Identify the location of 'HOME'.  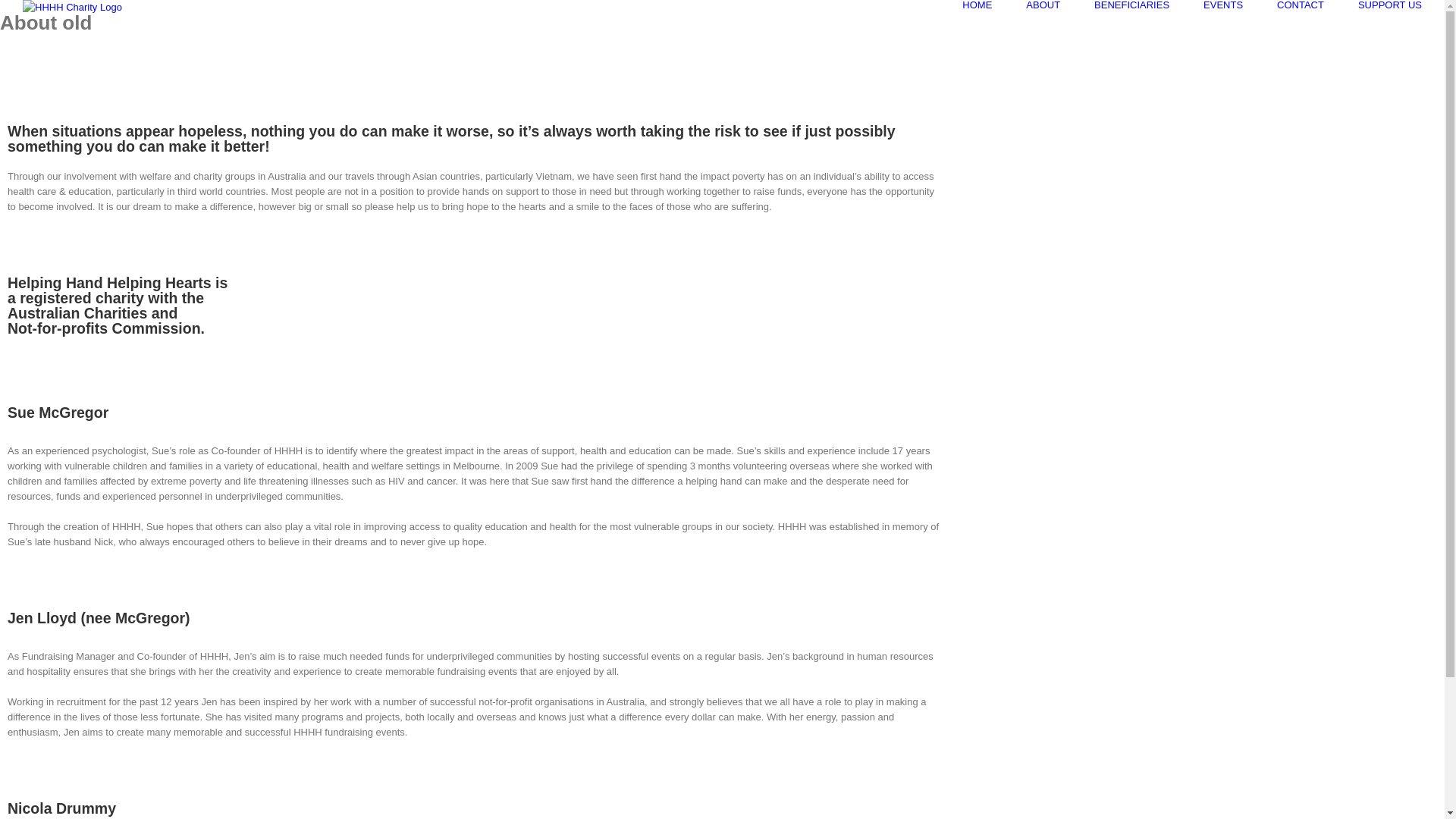
(977, 5).